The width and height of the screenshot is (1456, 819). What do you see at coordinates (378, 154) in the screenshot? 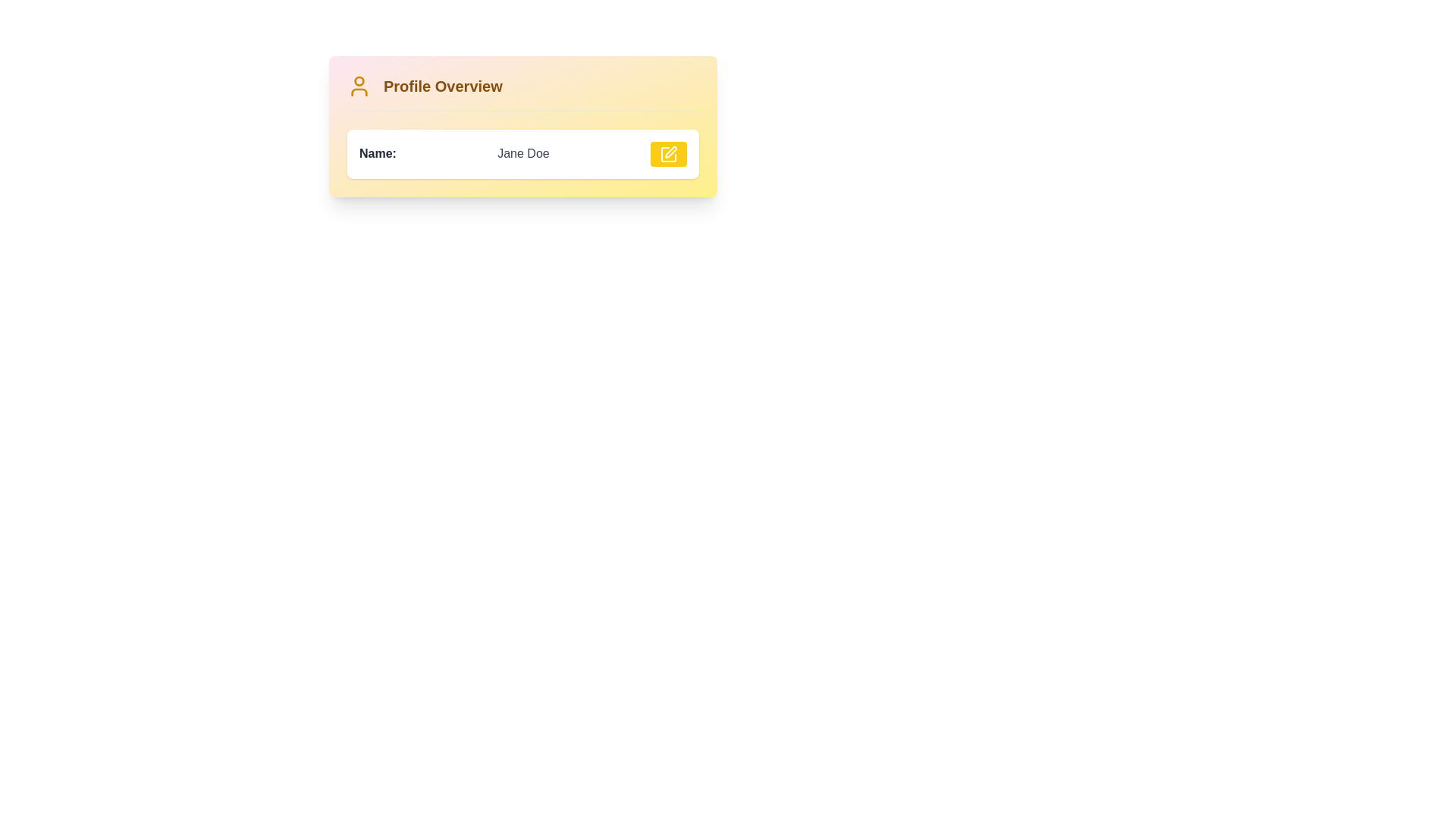
I see `the text label indicating the purpose of the adjacent user's name, which is located to the left of the text displaying 'Jane Doe.'` at bounding box center [378, 154].